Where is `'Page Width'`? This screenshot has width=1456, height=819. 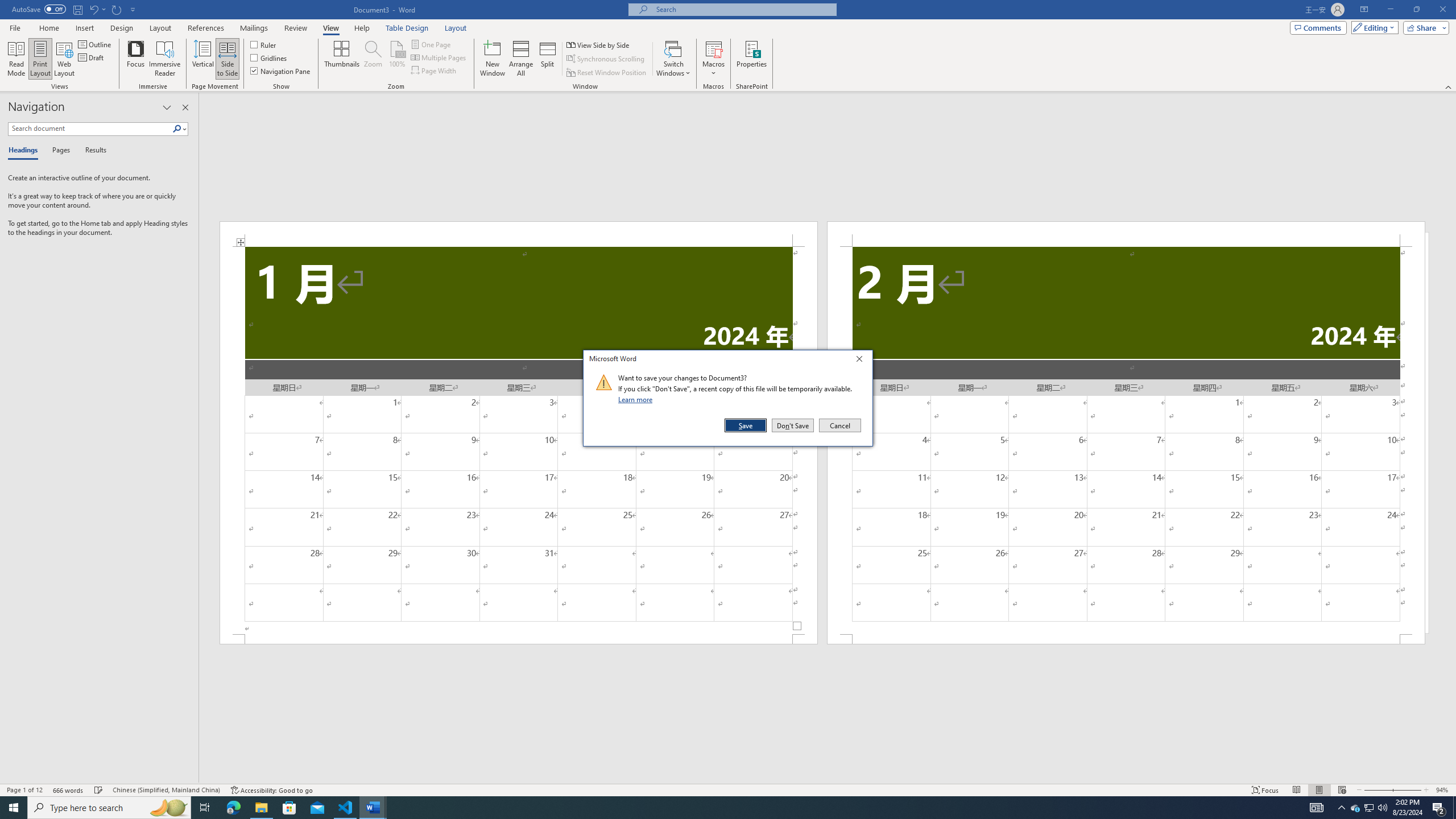 'Page Width' is located at coordinates (434, 69).